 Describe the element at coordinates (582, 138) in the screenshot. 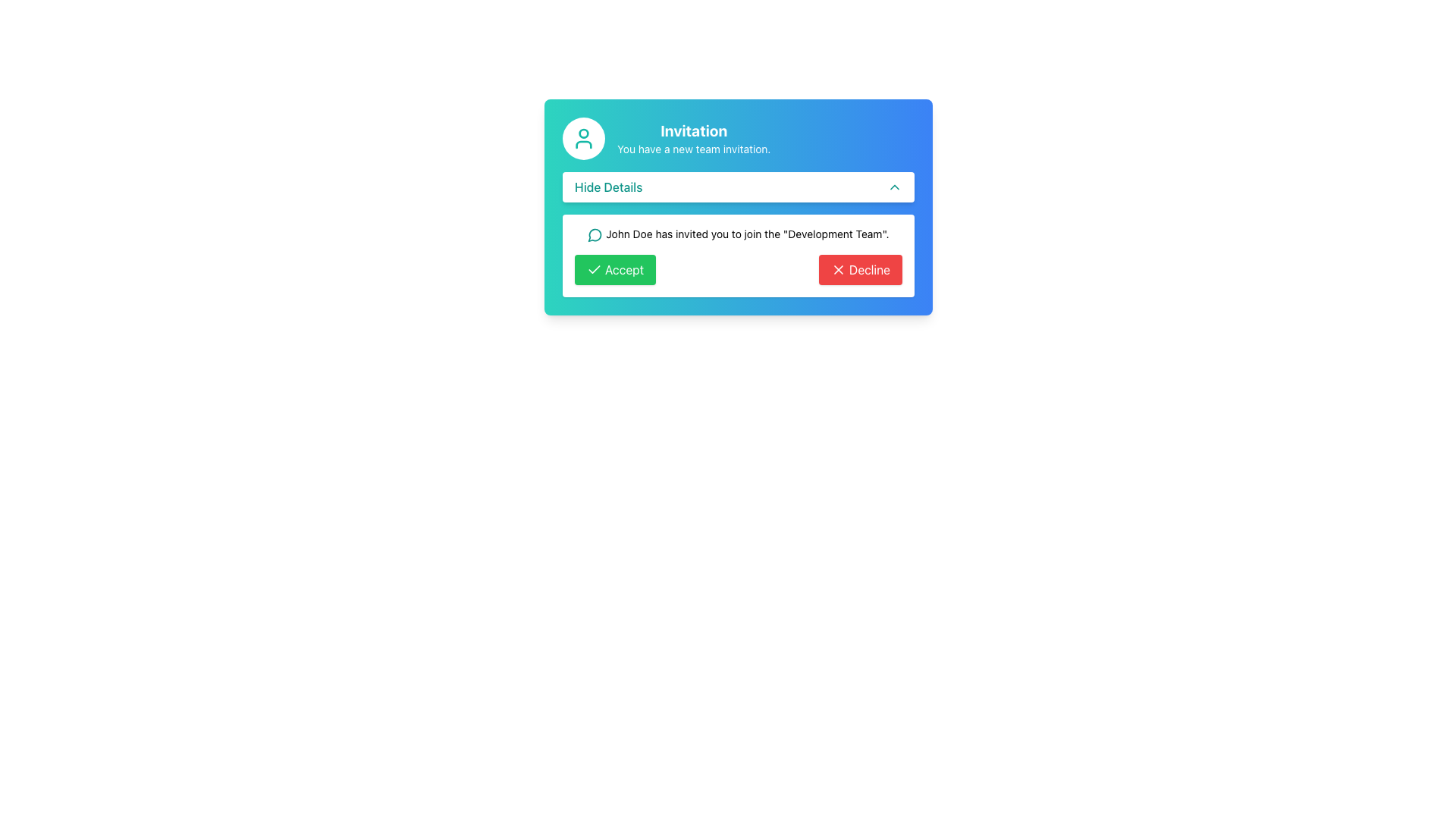

I see `the user icon with a teal outline of a person within a white circular area, located near the title 'Invitation'` at that location.